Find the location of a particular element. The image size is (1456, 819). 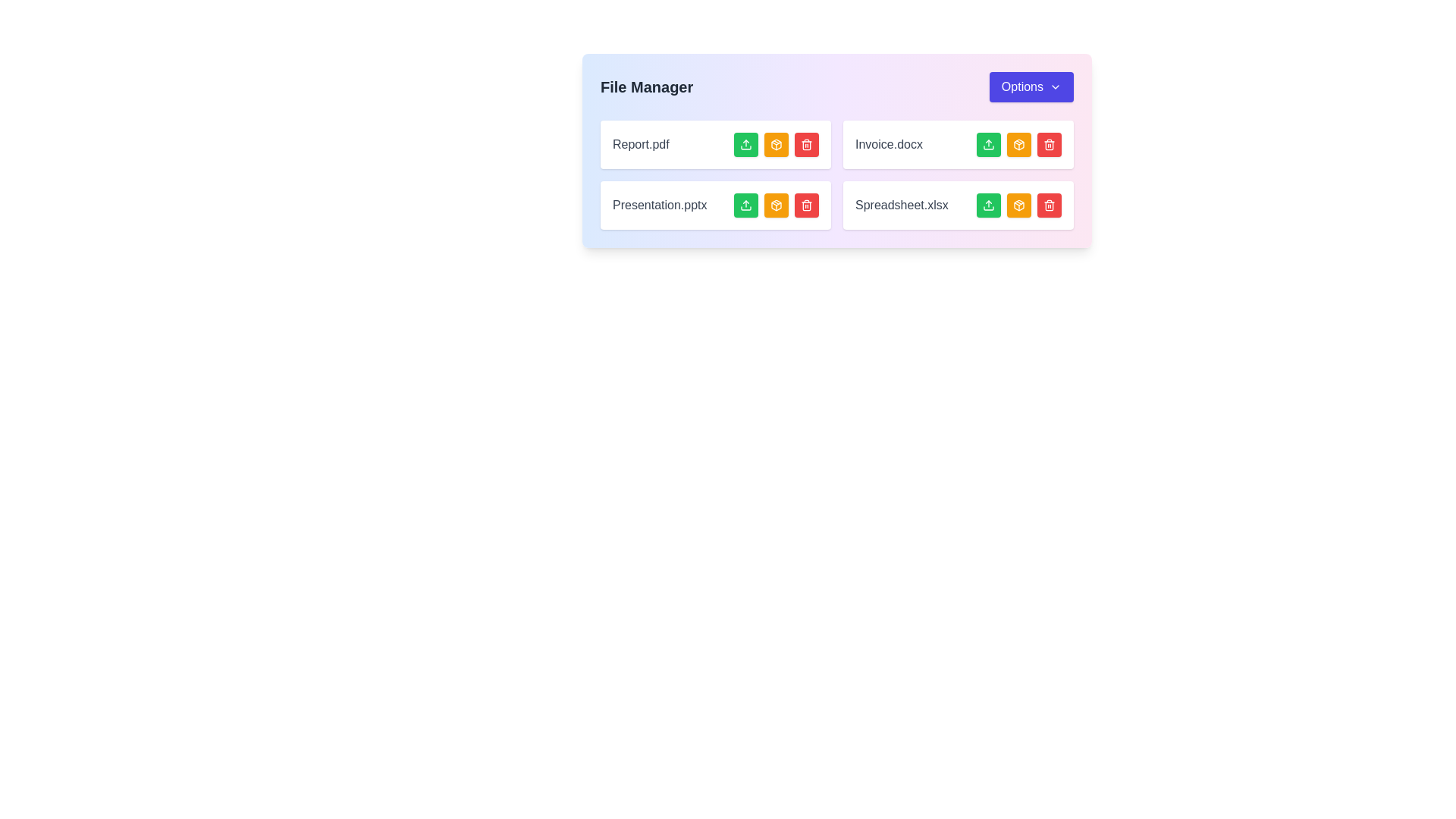

the red delete button with a trash bin icon in the 'File Manager' interface is located at coordinates (1048, 145).